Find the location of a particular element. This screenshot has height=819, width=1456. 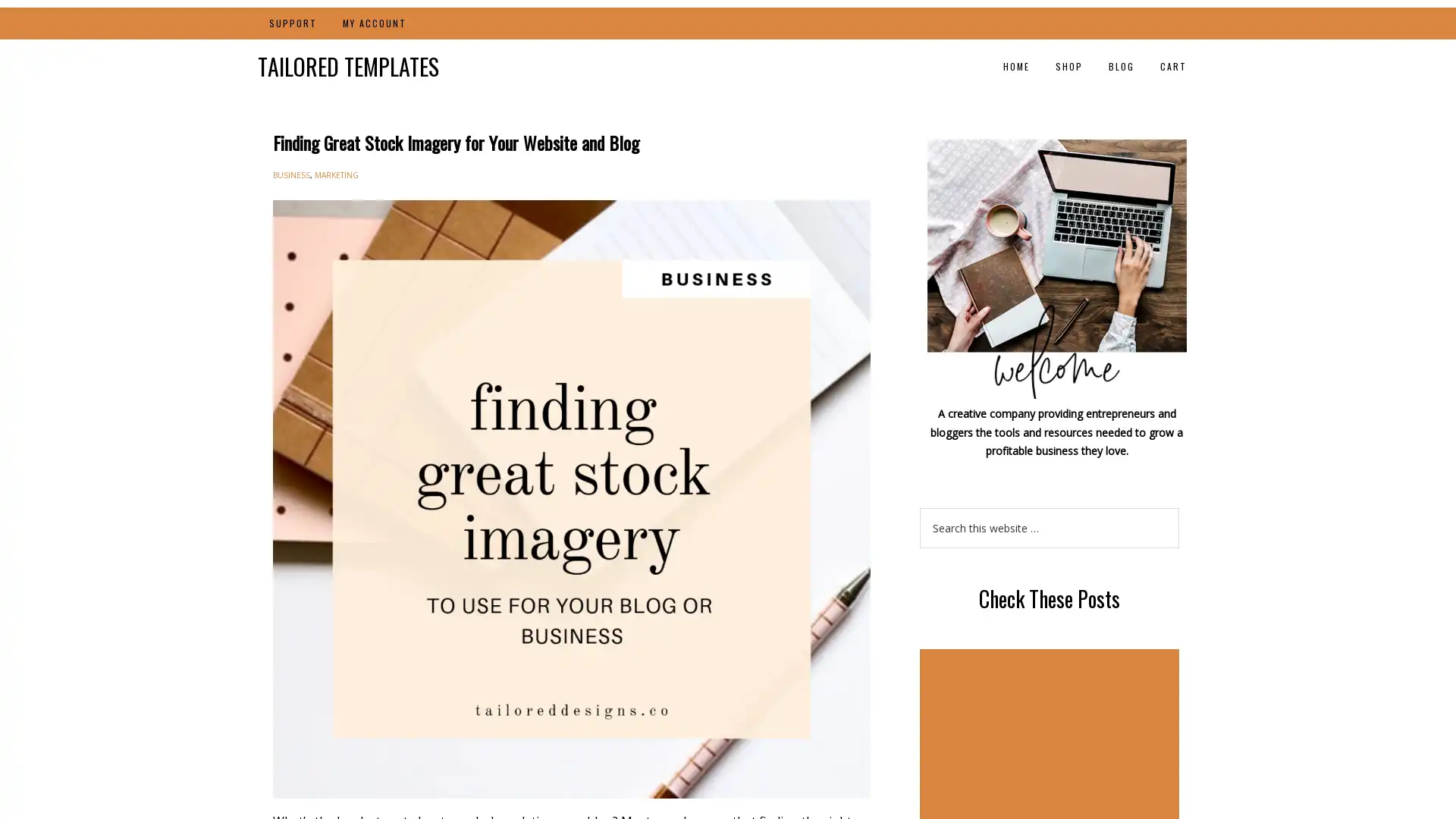

Search is located at coordinates (1178, 507).